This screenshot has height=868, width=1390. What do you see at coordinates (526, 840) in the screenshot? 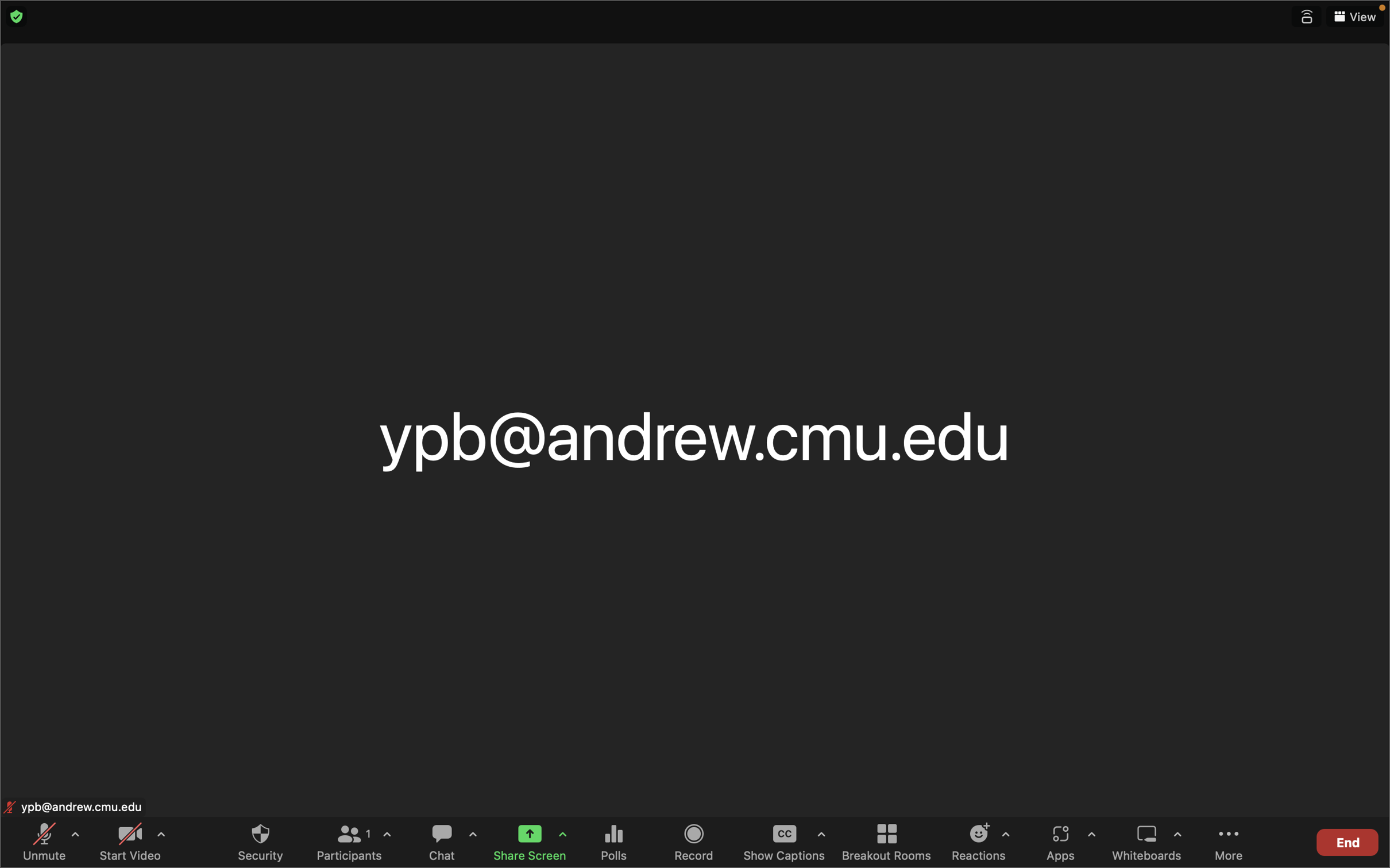
I see `Begin screen sharing` at bounding box center [526, 840].